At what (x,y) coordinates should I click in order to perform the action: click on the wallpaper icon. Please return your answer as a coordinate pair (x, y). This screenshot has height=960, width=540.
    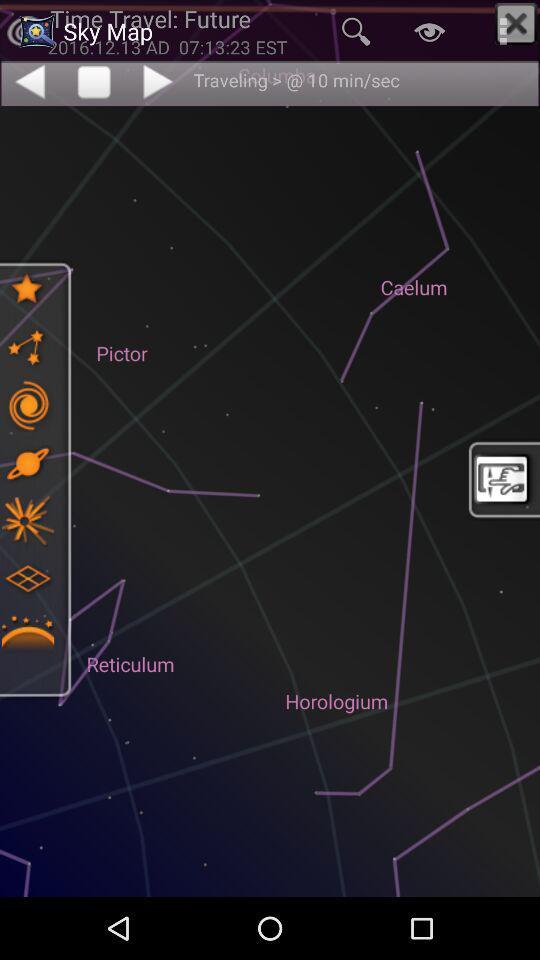
    Looking at the image, I should click on (502, 479).